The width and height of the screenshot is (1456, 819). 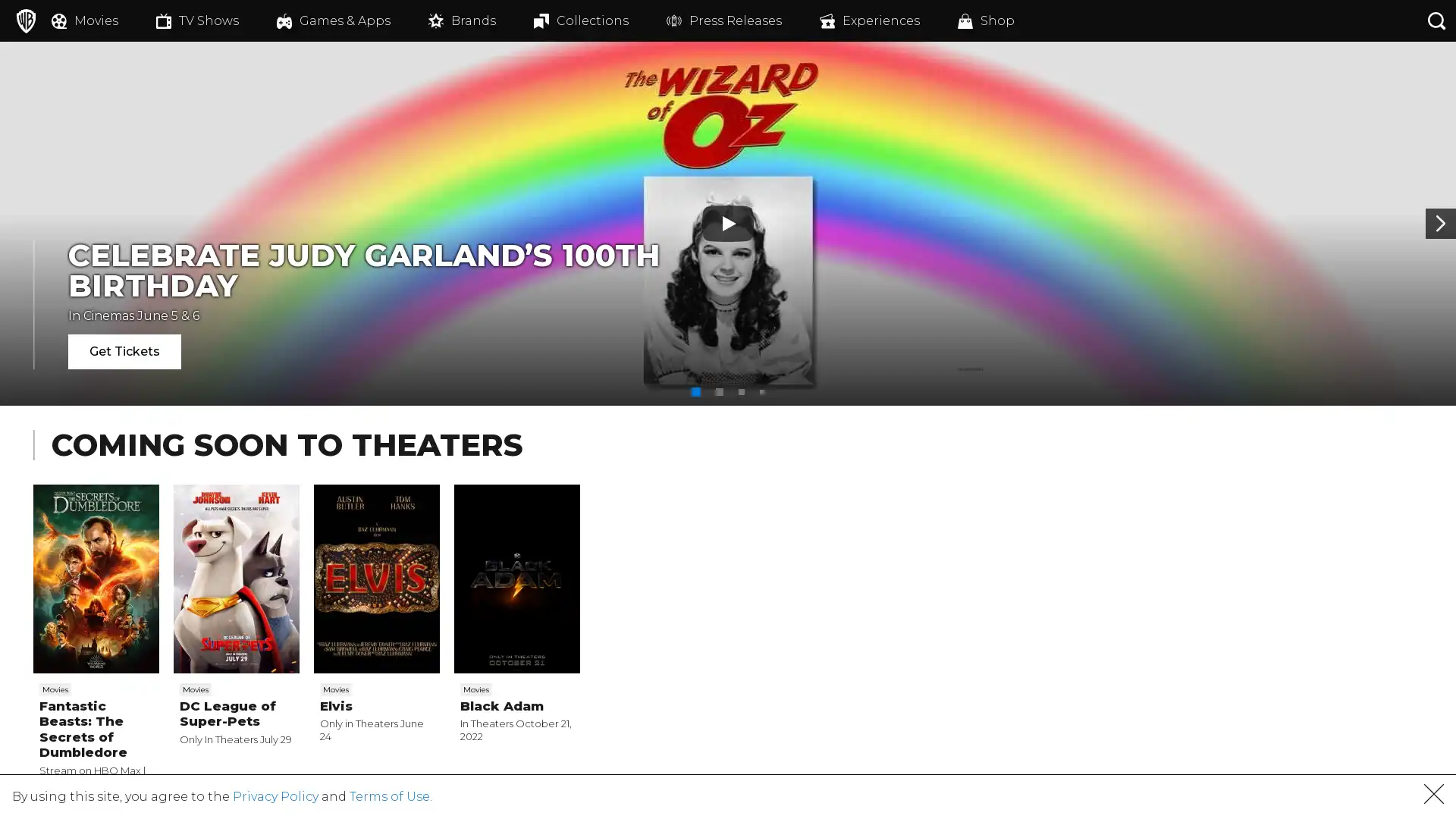 What do you see at coordinates (695, 391) in the screenshot?
I see `Banner 1` at bounding box center [695, 391].